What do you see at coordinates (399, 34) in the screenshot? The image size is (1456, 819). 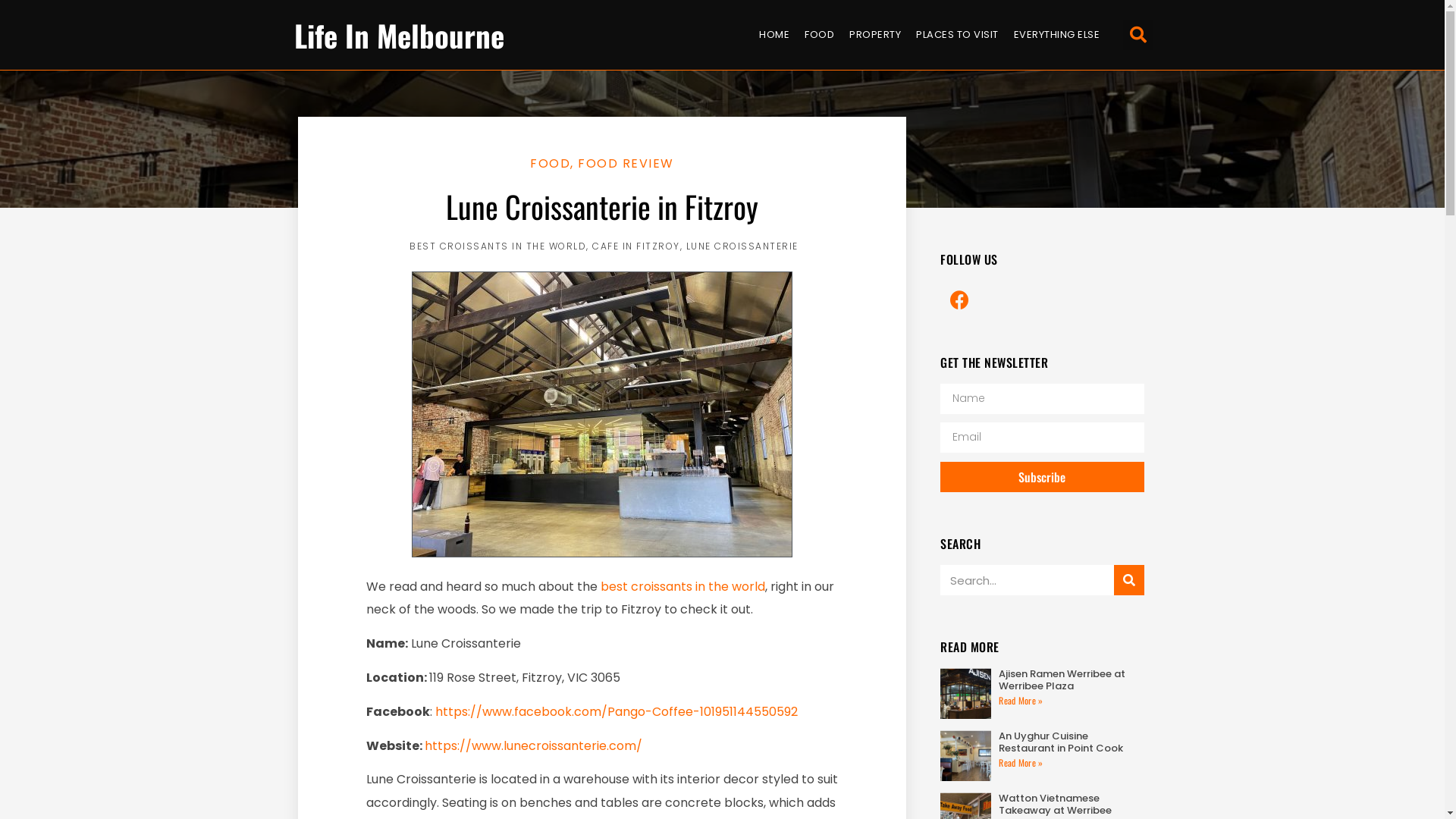 I see `'Life In Melbourne'` at bounding box center [399, 34].